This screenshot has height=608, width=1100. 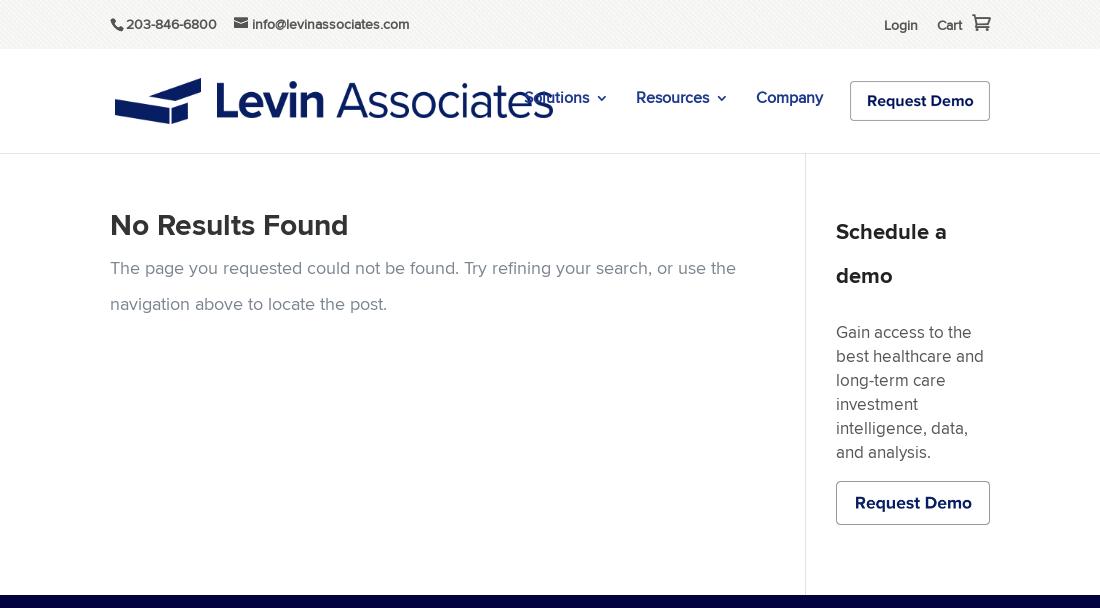 What do you see at coordinates (573, 163) in the screenshot?
I see `'LevinPro'` at bounding box center [573, 163].